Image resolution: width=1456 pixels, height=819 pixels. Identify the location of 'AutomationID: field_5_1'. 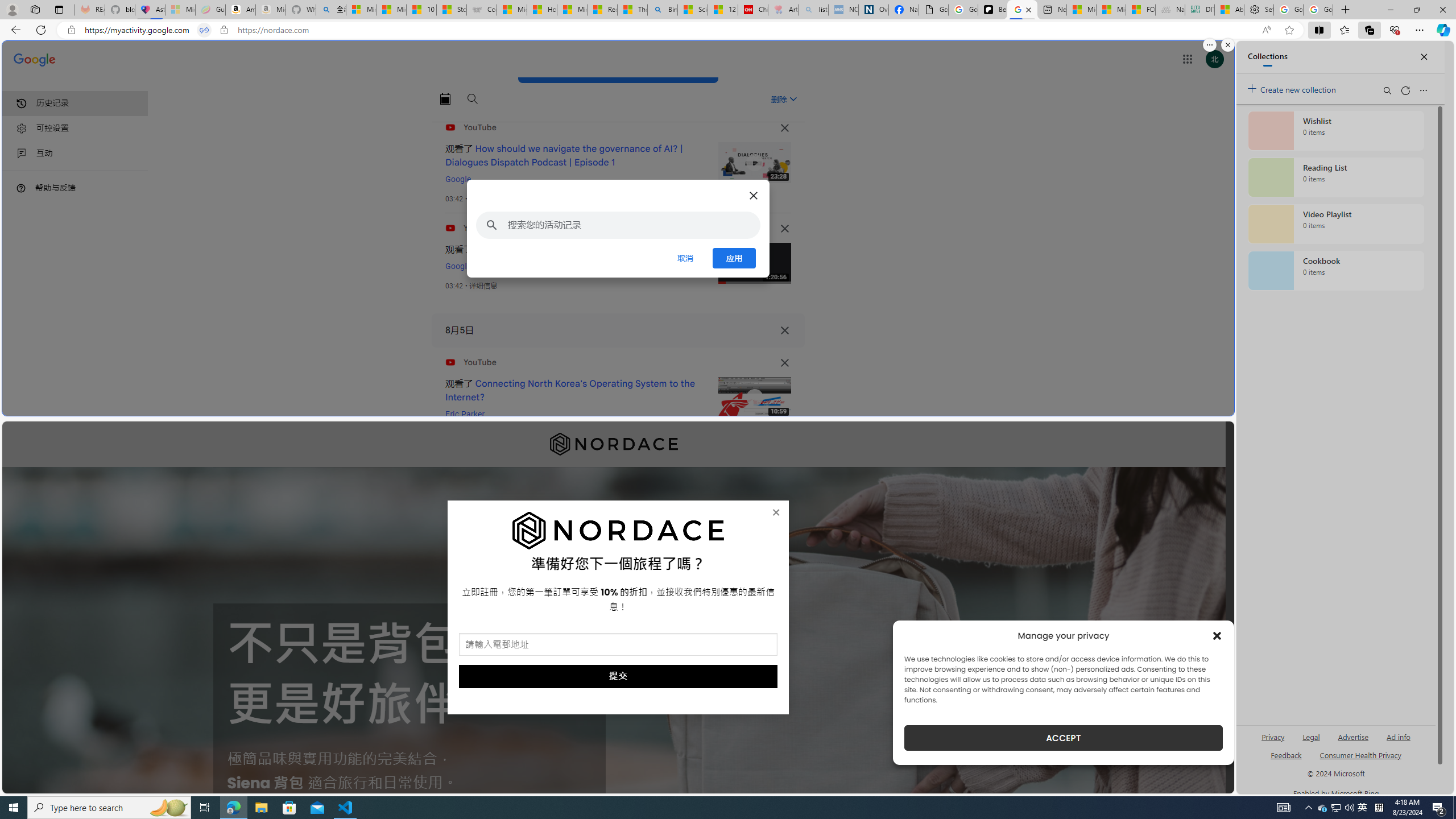
(617, 645).